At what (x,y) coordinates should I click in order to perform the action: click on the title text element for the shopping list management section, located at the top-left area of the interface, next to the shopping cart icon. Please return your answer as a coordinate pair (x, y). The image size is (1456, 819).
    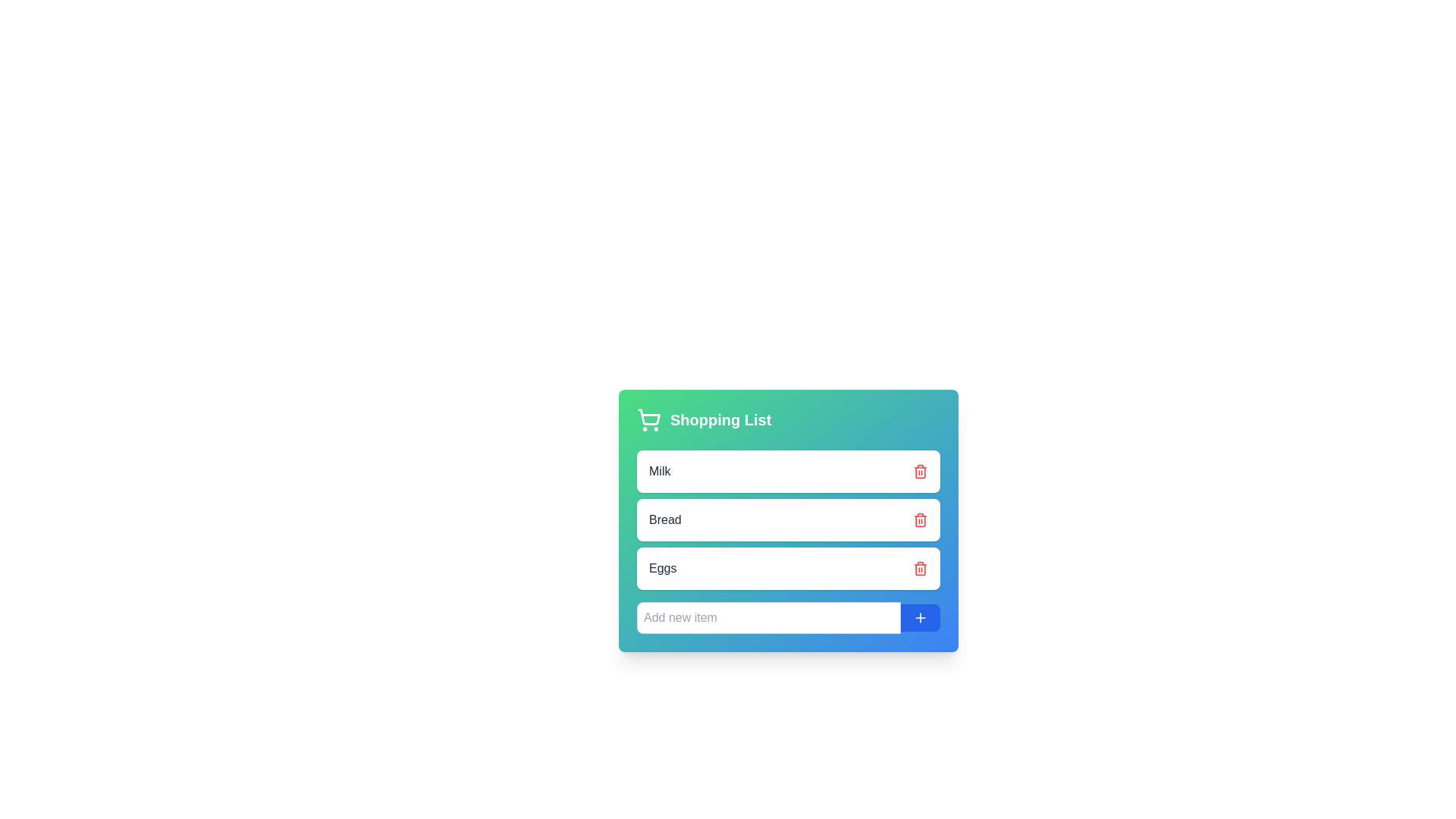
    Looking at the image, I should click on (720, 420).